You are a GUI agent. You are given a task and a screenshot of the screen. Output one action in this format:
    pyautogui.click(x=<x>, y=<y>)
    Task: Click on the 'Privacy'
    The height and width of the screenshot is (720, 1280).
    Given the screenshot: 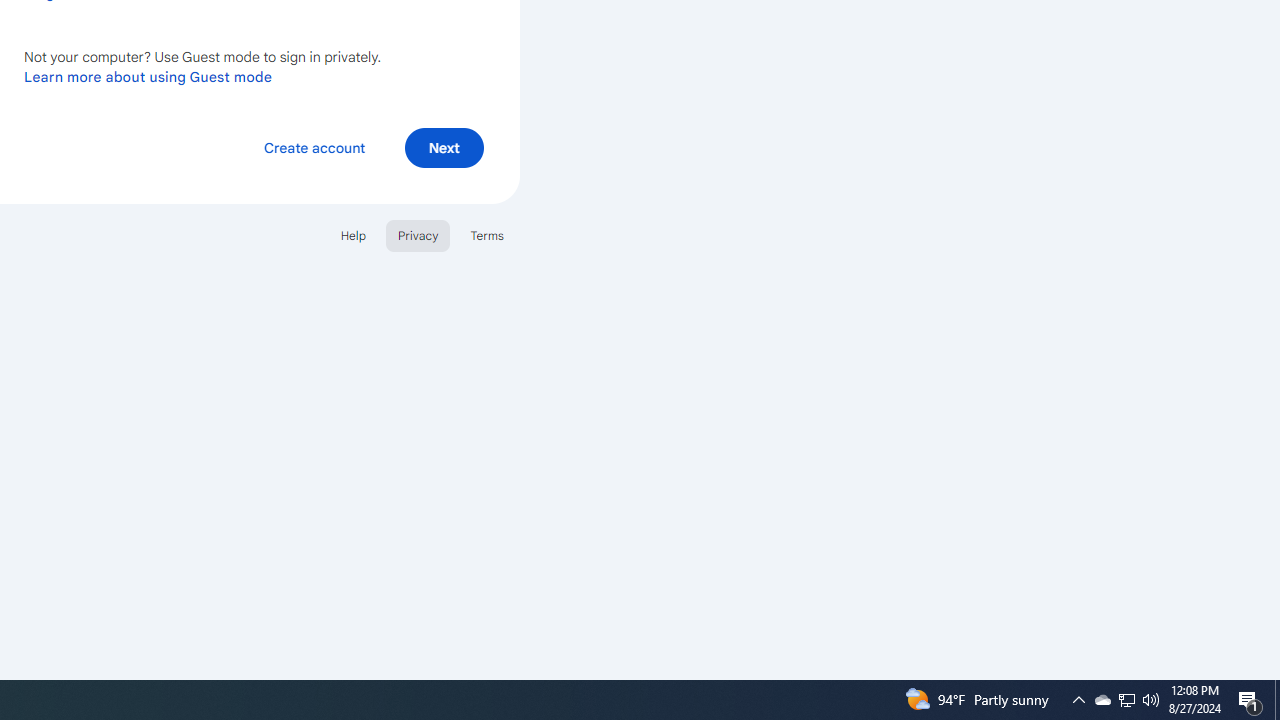 What is the action you would take?
    pyautogui.click(x=416, y=234)
    